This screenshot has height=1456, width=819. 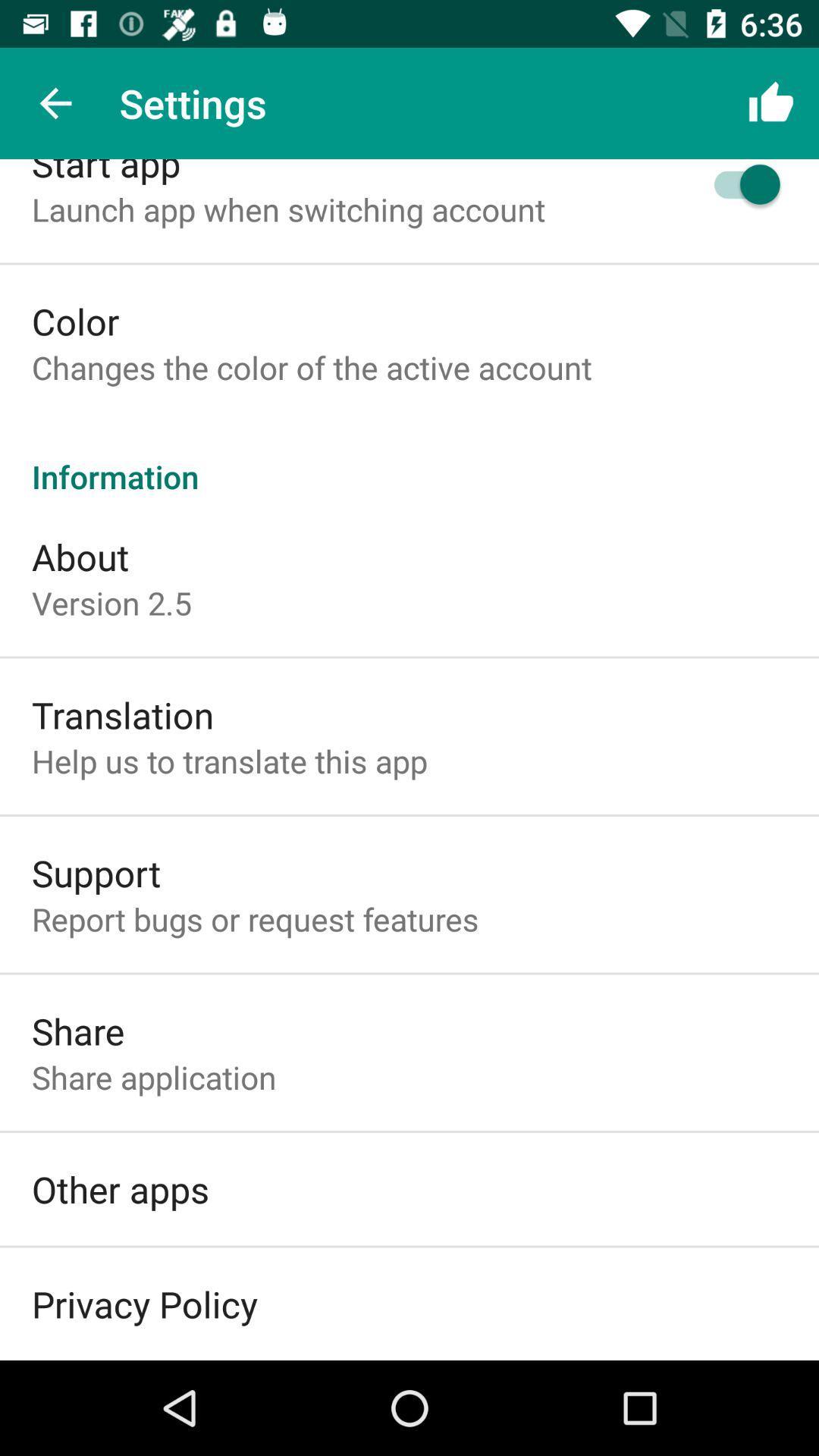 I want to click on the icon below the color icon, so click(x=311, y=367).